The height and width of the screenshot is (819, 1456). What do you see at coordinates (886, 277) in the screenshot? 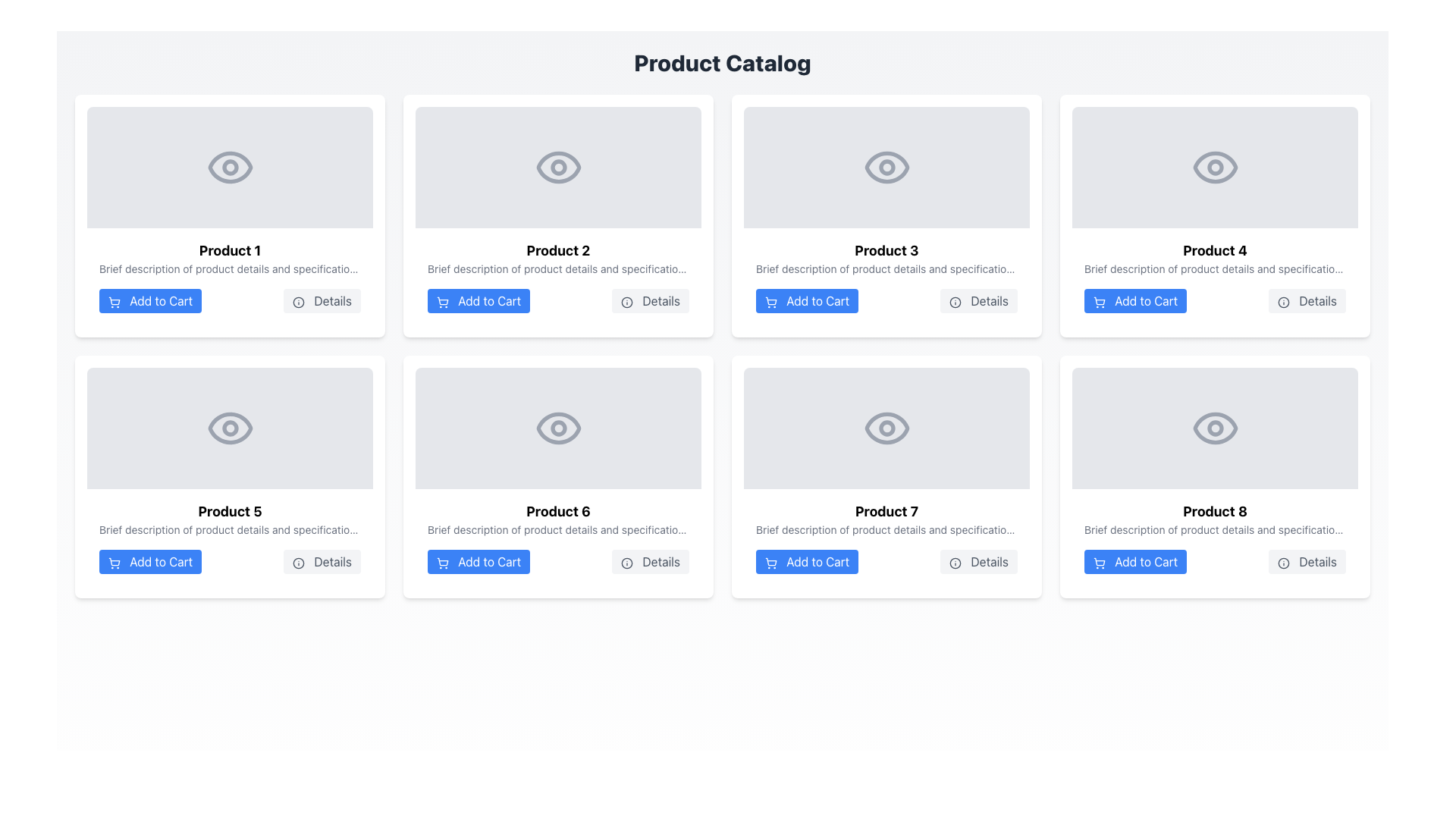
I see `the 'Add to Cart' button located at the bottom of the 'Product 3' card` at bounding box center [886, 277].